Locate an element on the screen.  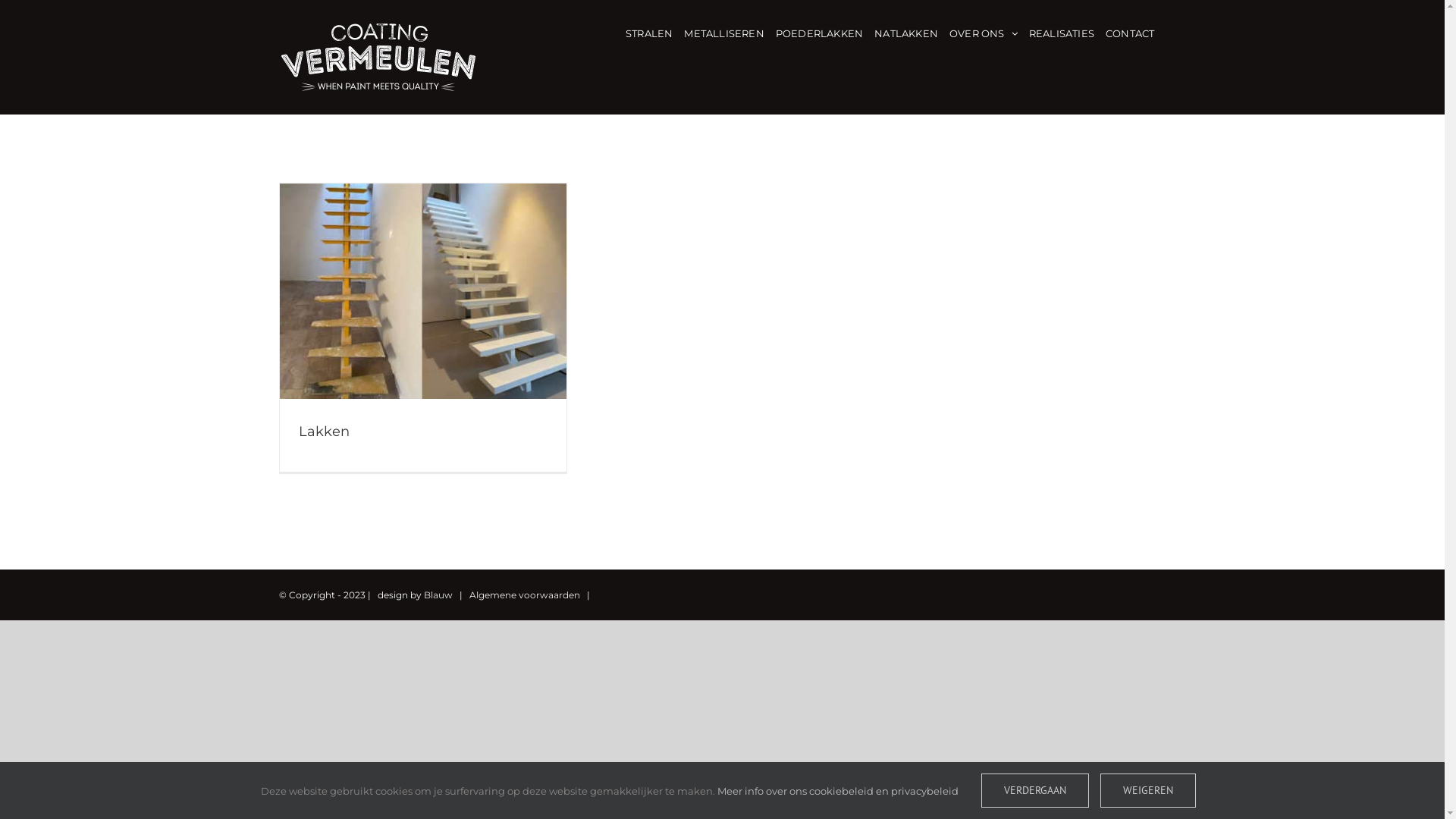
'Algemene voorwaarden' is located at coordinates (524, 593).